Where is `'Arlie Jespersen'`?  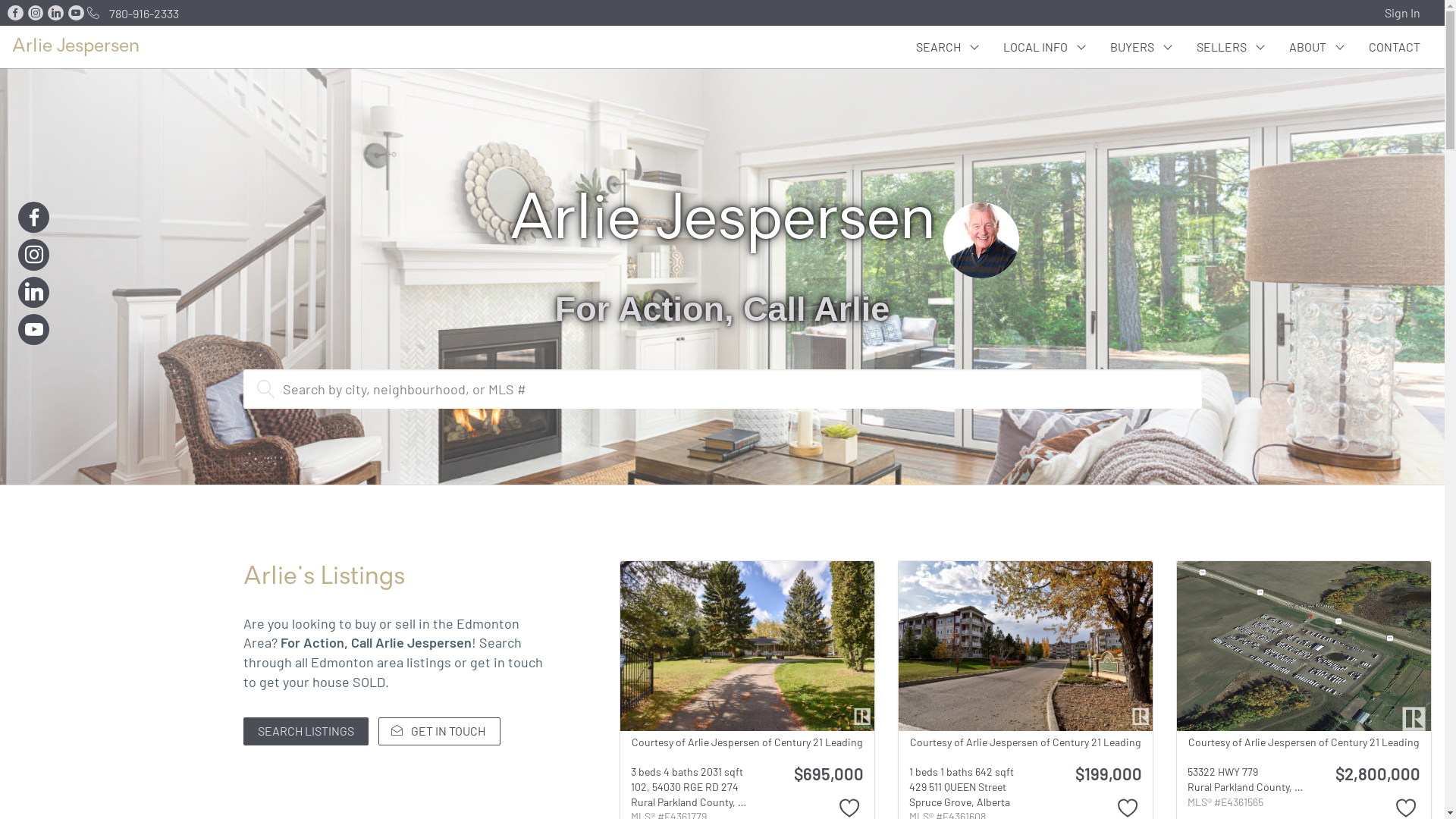 'Arlie Jespersen' is located at coordinates (11, 45).